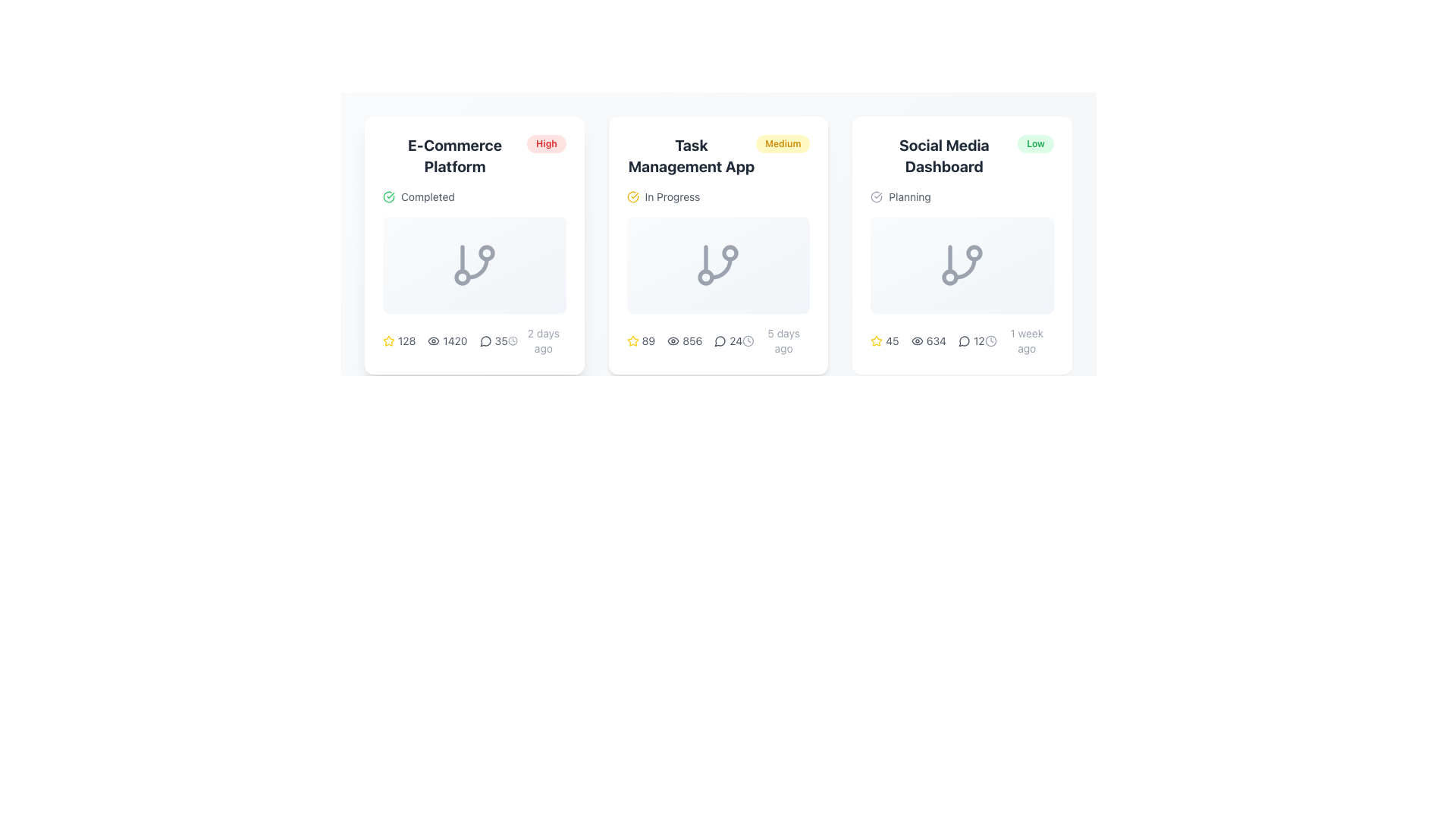 Image resolution: width=1456 pixels, height=819 pixels. I want to click on the Timestamp indicator with a clock icon that displays '5 days ago' in light gray color, located at the bottom of the Task Management App card, so click(776, 341).